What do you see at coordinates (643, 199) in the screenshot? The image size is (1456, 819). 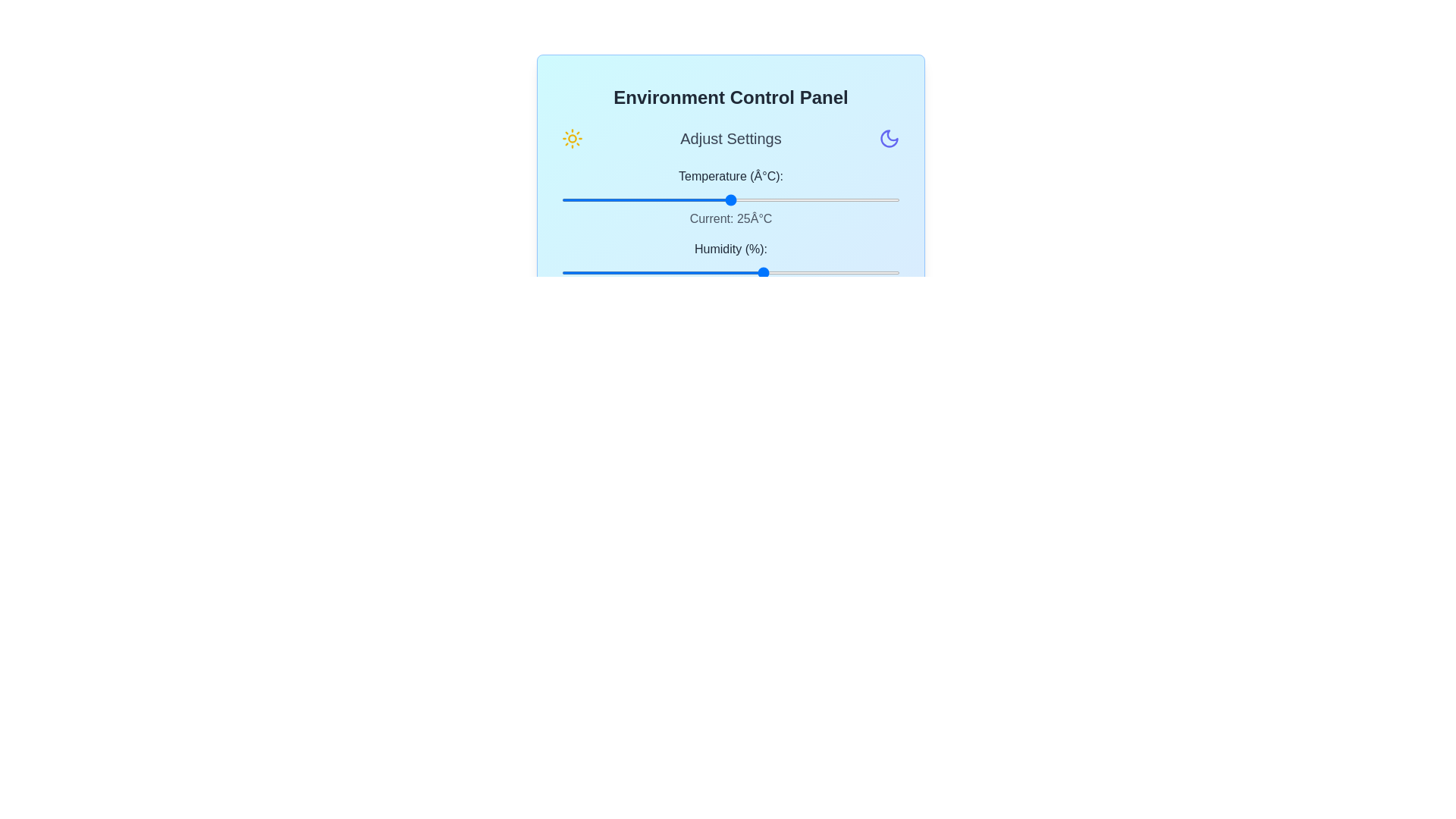 I see `the temperature slider to set the temperature to 12°C` at bounding box center [643, 199].